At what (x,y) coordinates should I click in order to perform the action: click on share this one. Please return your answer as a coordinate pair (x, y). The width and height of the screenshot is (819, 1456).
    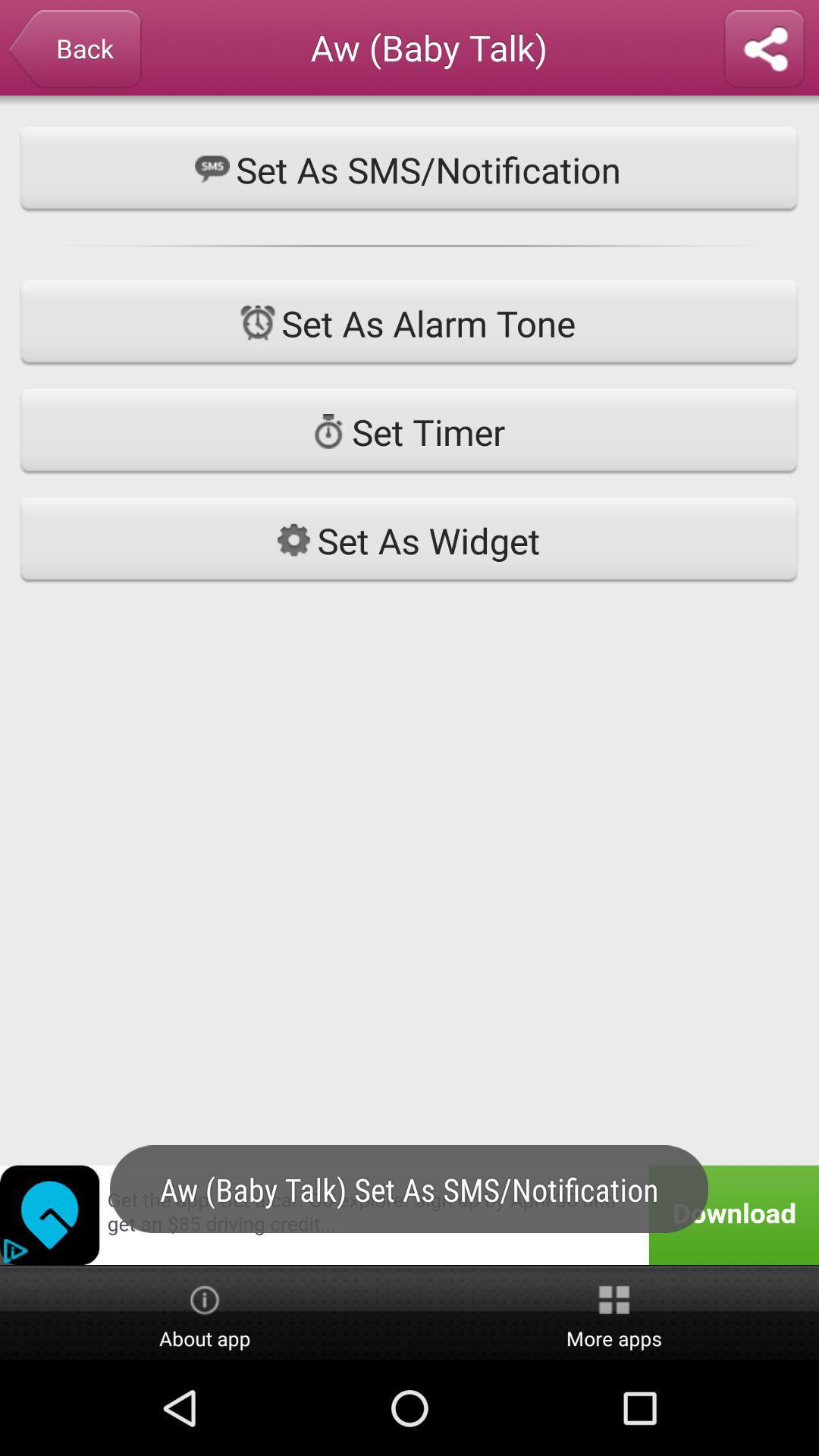
    Looking at the image, I should click on (764, 50).